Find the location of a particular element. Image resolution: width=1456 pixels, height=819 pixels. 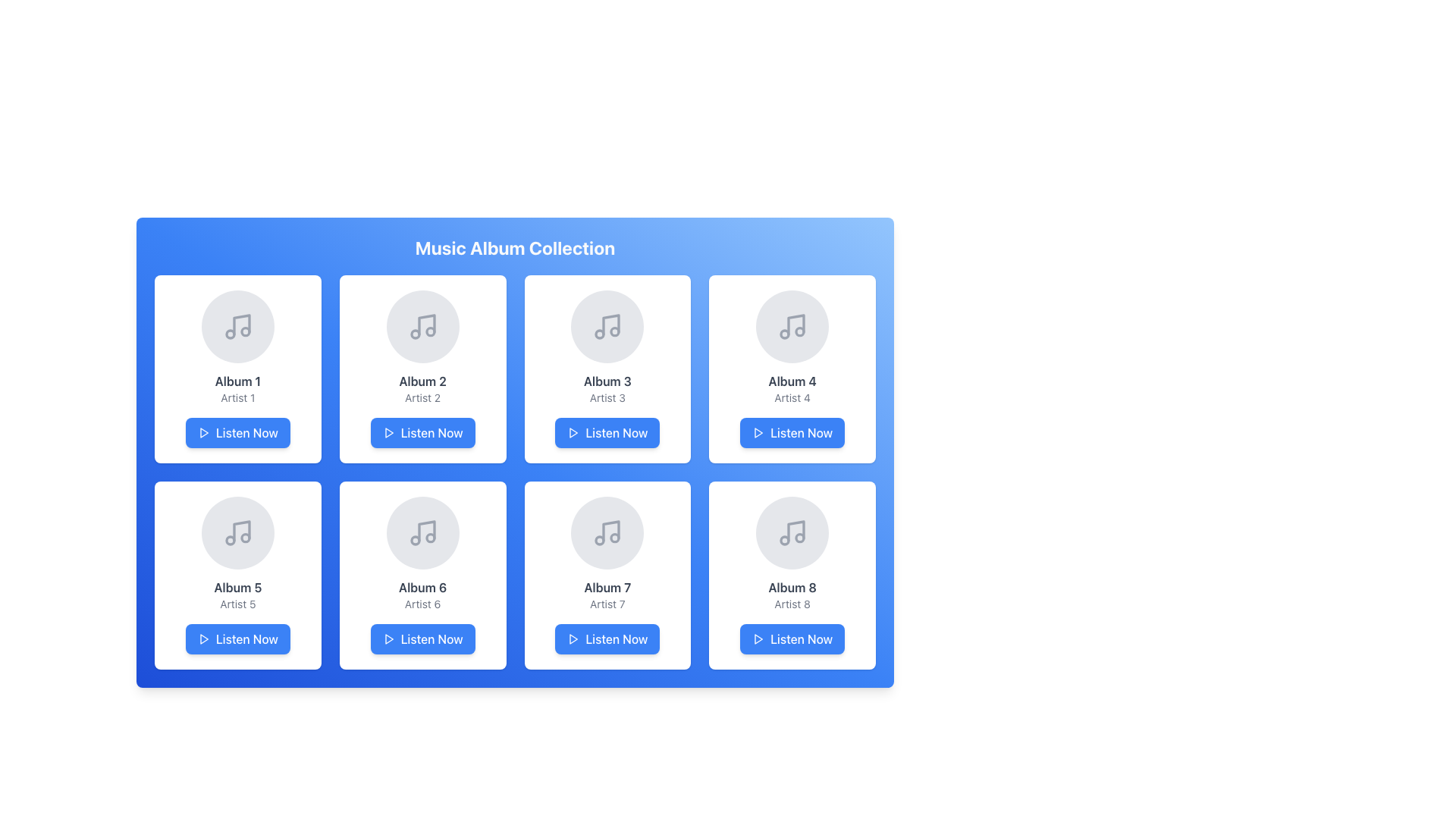

the second circle in the SVG graphics that enhances the visual appearance of the music note icon for Album 4 is located at coordinates (799, 331).